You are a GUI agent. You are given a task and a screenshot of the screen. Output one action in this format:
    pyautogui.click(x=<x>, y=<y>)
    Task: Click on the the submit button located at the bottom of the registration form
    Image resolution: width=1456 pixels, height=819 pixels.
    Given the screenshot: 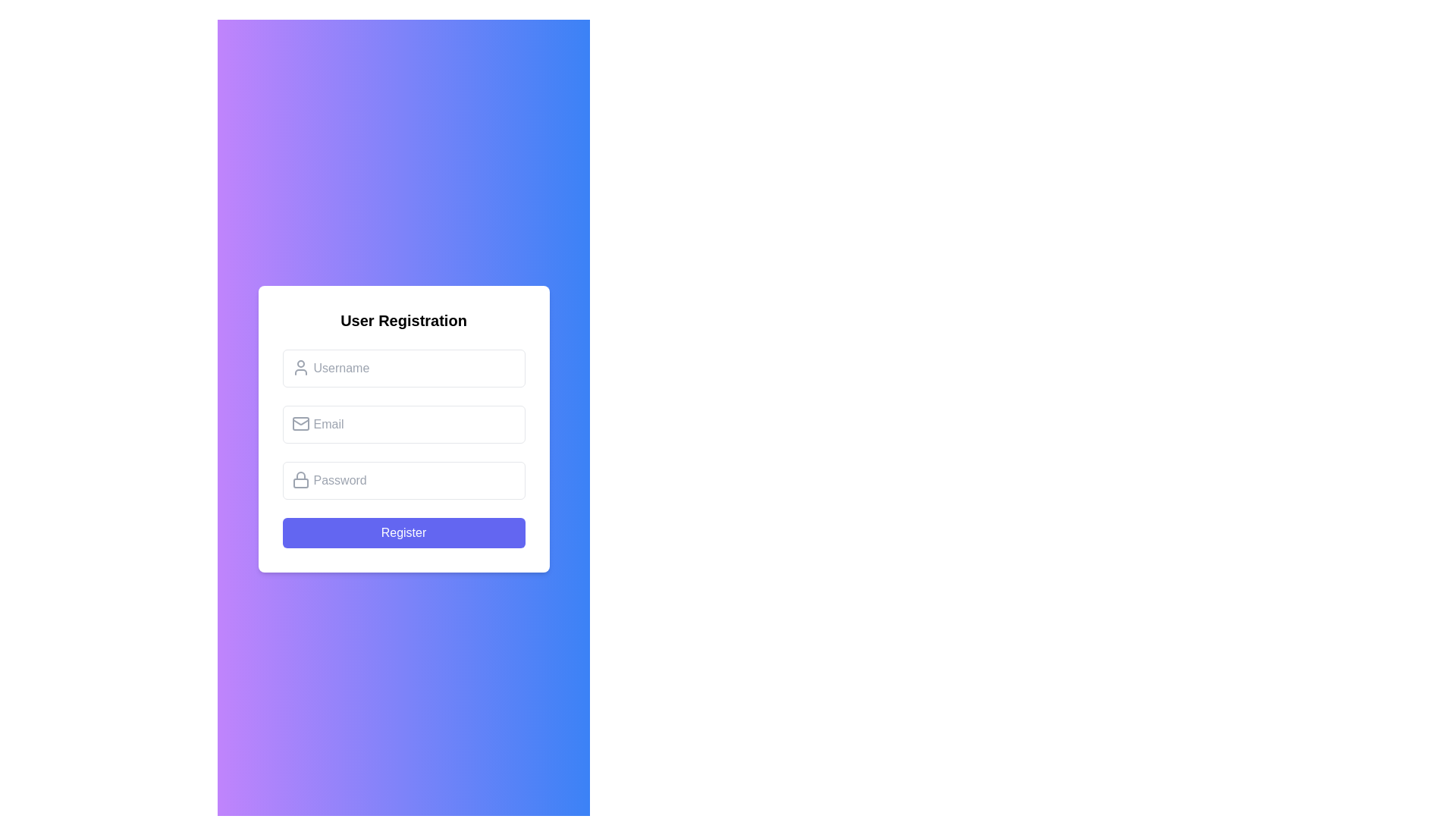 What is the action you would take?
    pyautogui.click(x=403, y=532)
    